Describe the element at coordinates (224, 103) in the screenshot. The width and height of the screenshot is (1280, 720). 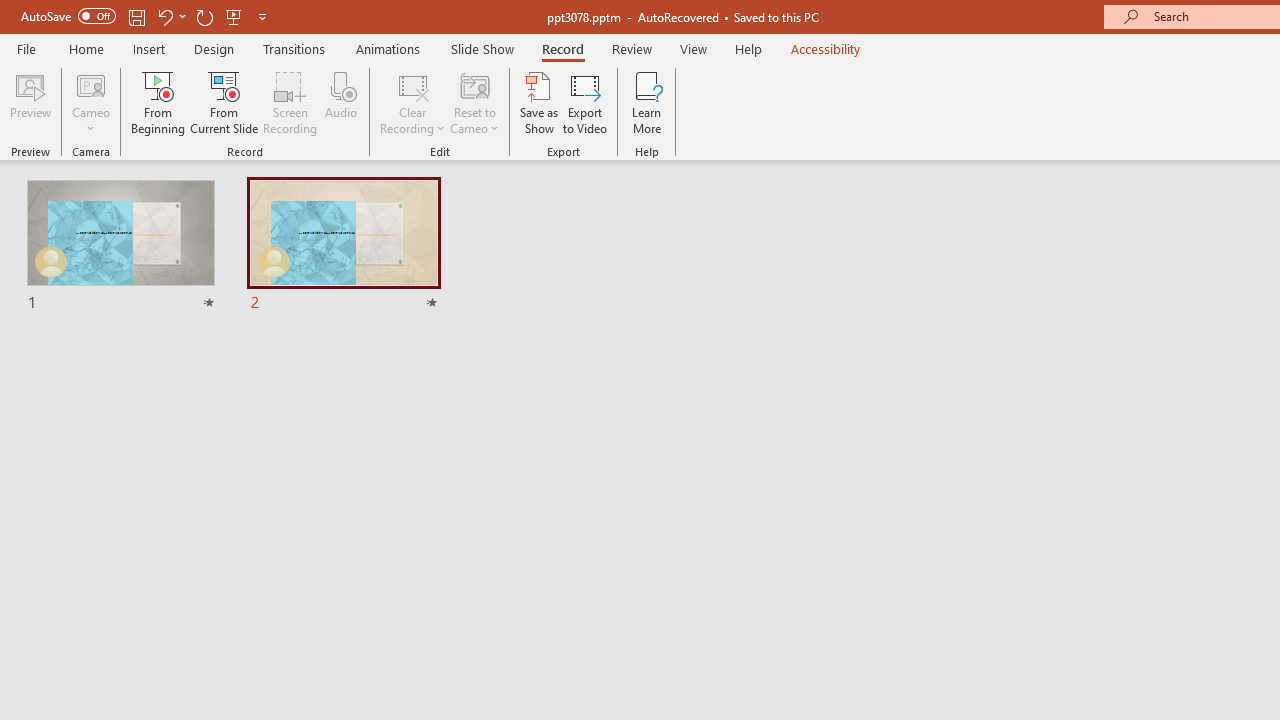
I see `'From Current Slide...'` at that location.